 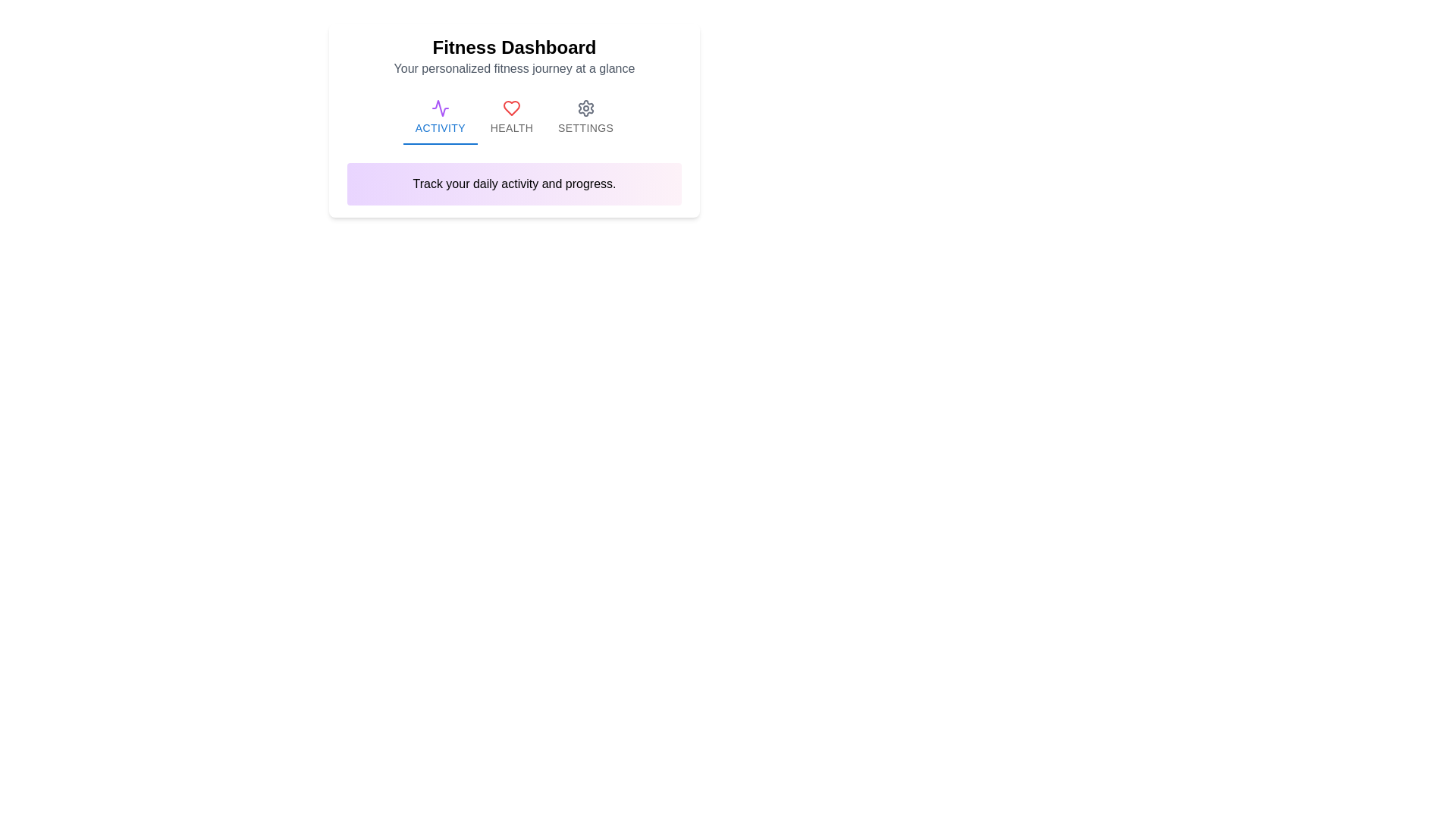 I want to click on the gear-like settings icon located, so click(x=585, y=108).